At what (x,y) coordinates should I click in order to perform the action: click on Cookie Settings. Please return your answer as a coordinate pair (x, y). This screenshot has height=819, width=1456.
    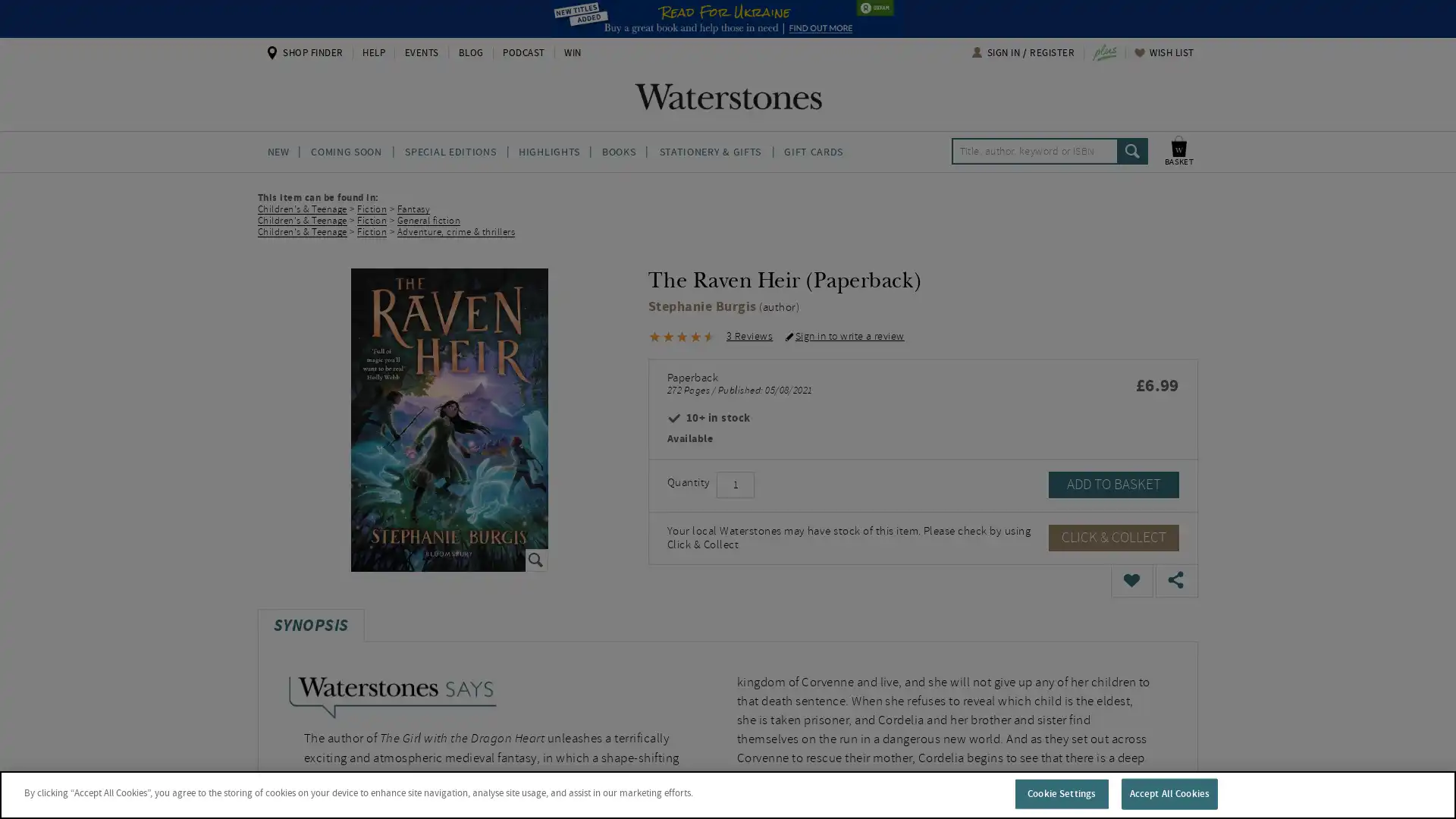
    Looking at the image, I should click on (1060, 792).